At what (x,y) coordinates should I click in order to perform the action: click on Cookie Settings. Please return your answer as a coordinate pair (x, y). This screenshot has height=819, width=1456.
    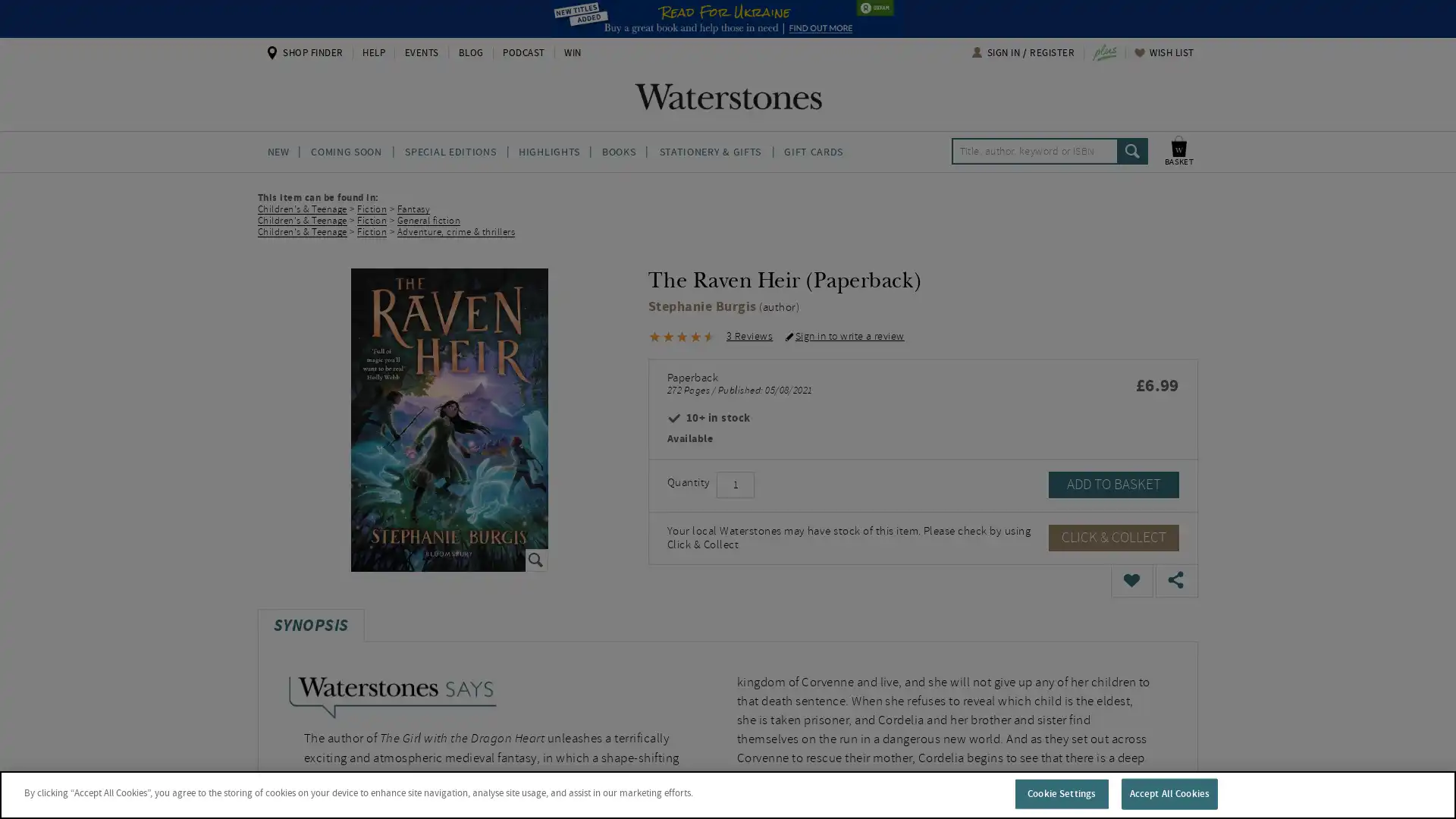
    Looking at the image, I should click on (1060, 792).